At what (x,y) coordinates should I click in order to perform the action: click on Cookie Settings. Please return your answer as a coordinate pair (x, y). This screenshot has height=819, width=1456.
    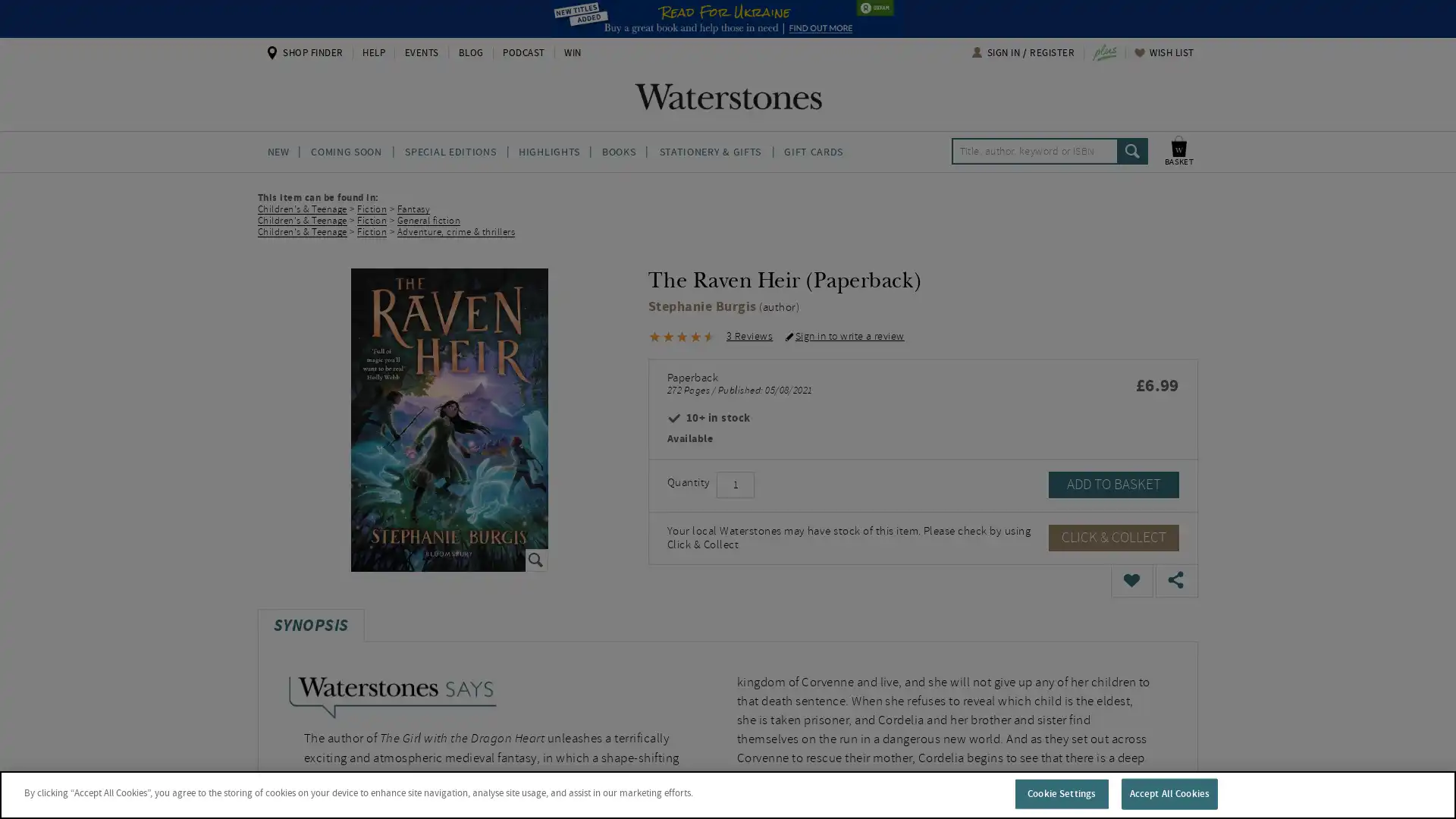
    Looking at the image, I should click on (1060, 792).